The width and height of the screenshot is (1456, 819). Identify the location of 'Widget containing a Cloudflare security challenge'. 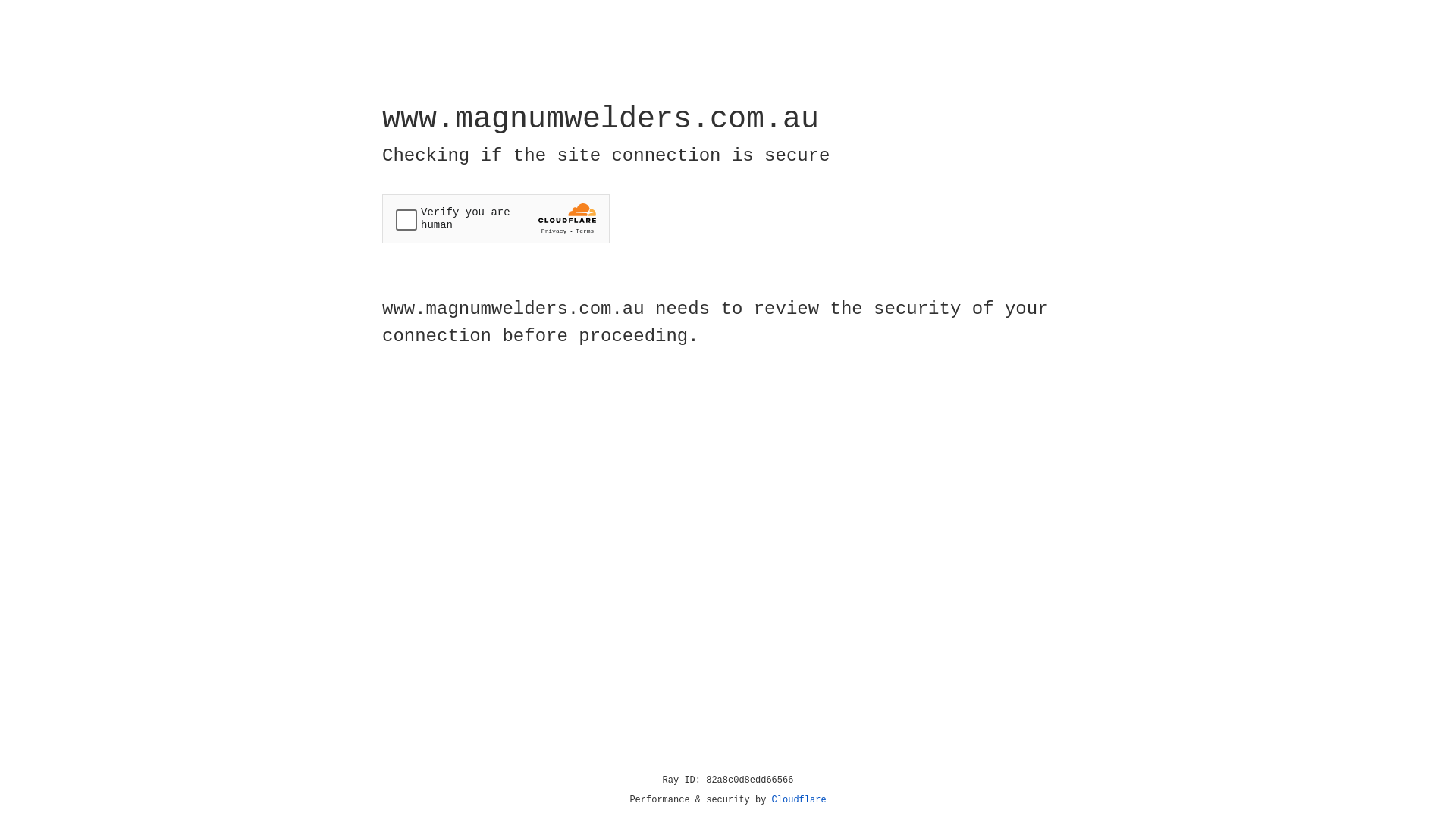
(495, 218).